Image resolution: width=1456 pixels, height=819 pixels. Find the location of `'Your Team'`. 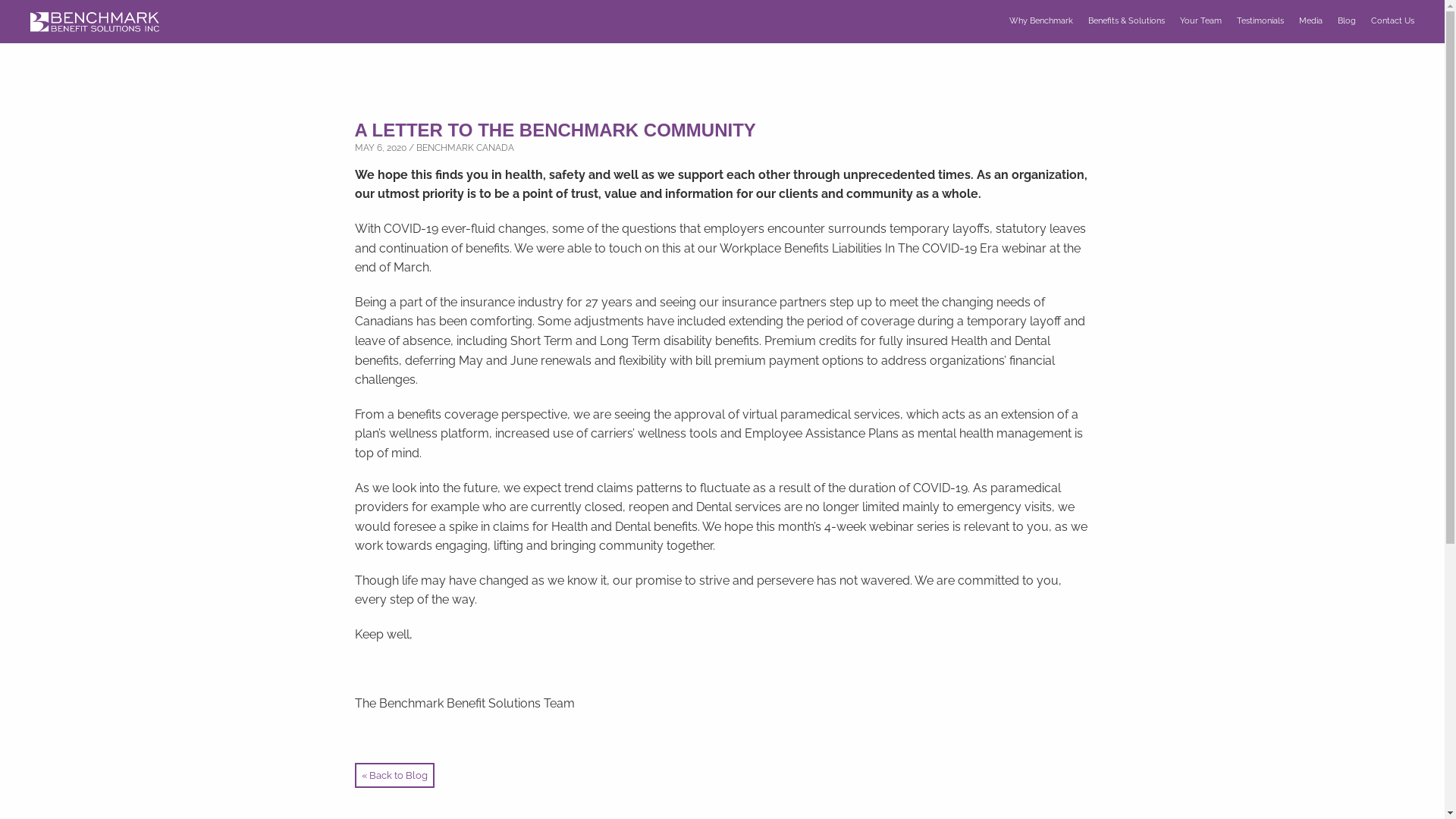

'Your Team' is located at coordinates (1200, 20).